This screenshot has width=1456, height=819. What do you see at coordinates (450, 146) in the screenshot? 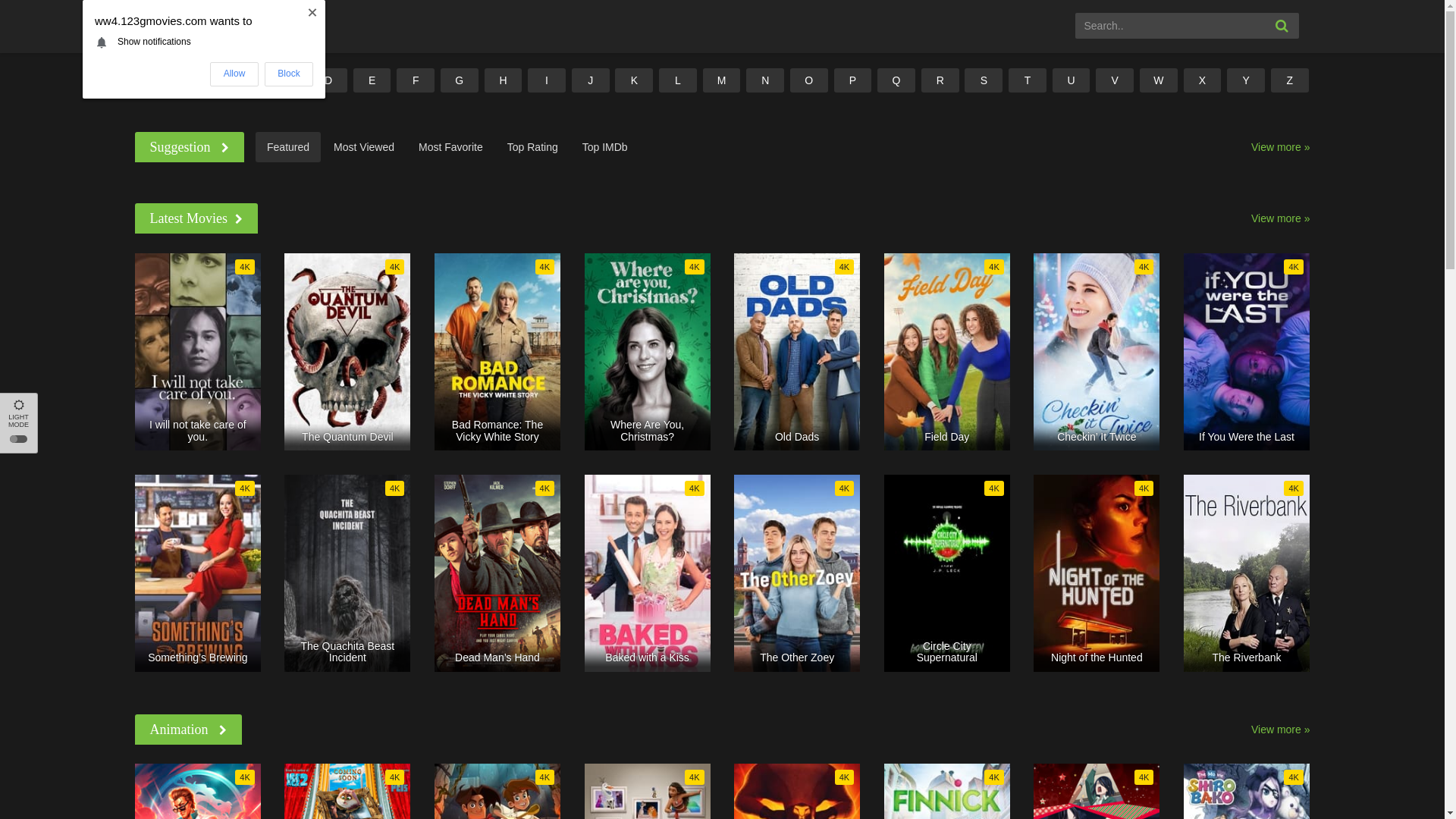
I see `'Most Favorite'` at bounding box center [450, 146].